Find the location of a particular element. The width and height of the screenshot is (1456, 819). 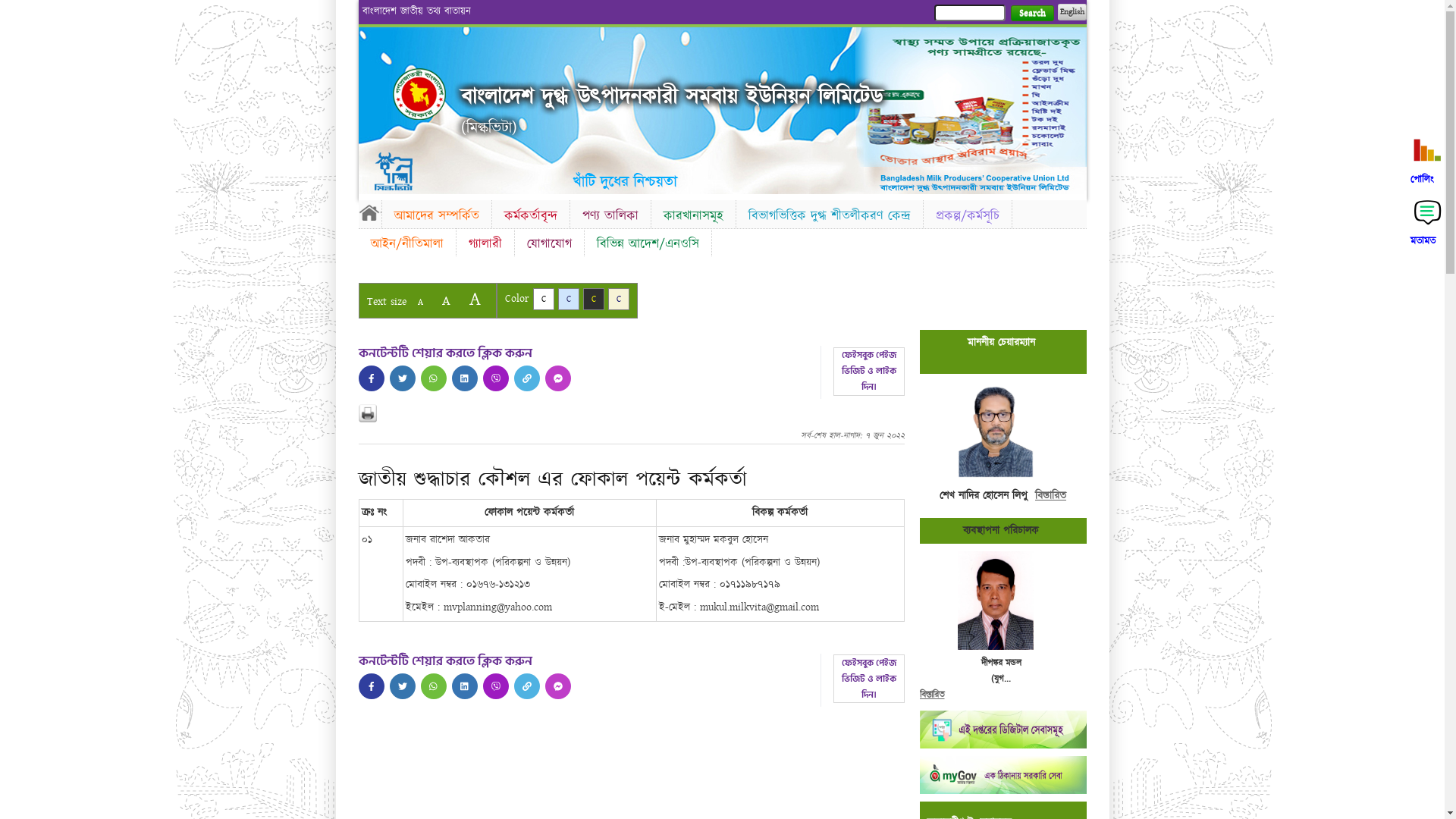

'A' is located at coordinates (419, 302).